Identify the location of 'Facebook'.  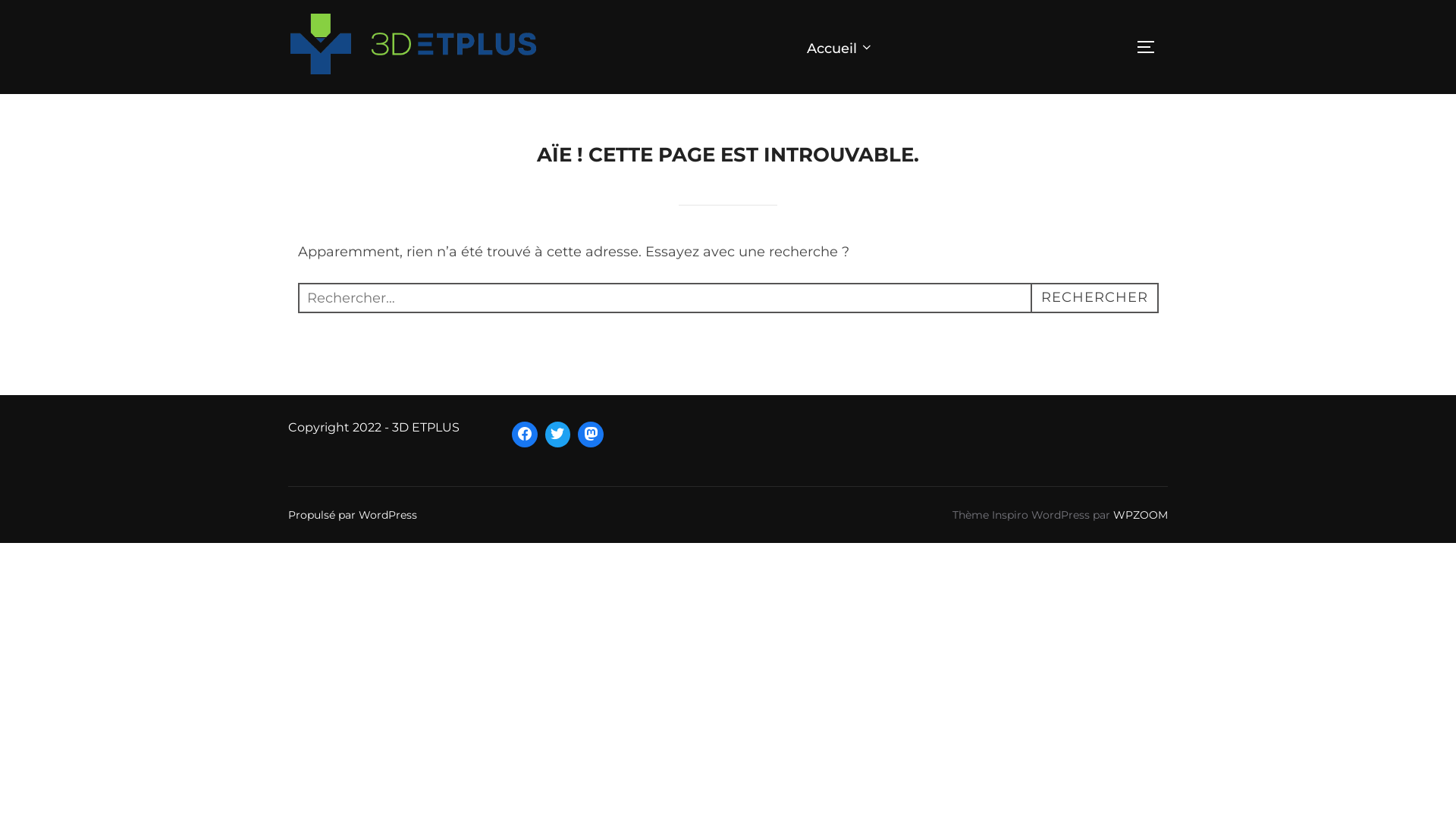
(508, 435).